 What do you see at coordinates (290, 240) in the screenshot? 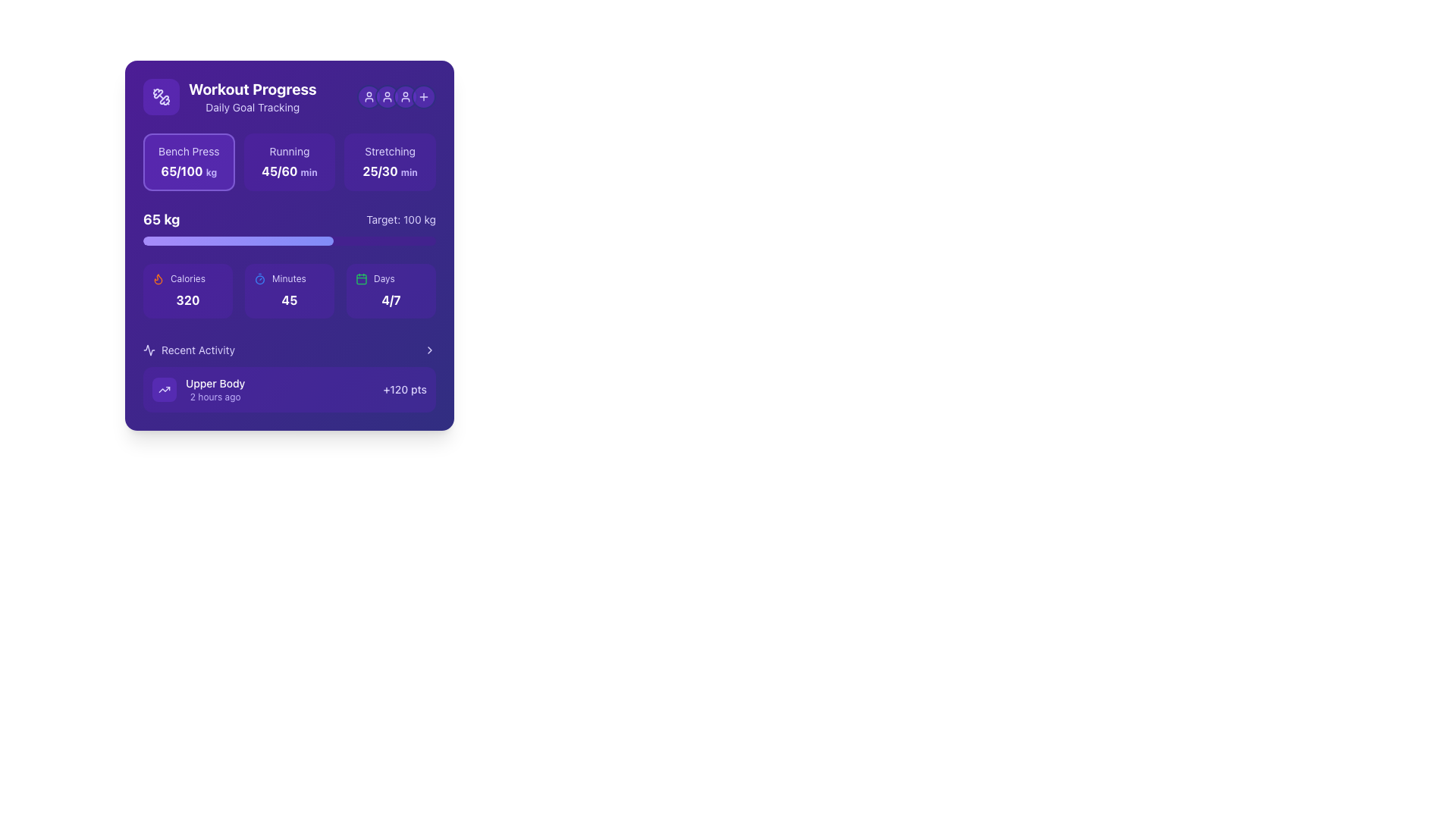
I see `the progress visually of the progress bar located centrally below the text section displaying '65 kg' and 'Target: 100 kg'` at bounding box center [290, 240].